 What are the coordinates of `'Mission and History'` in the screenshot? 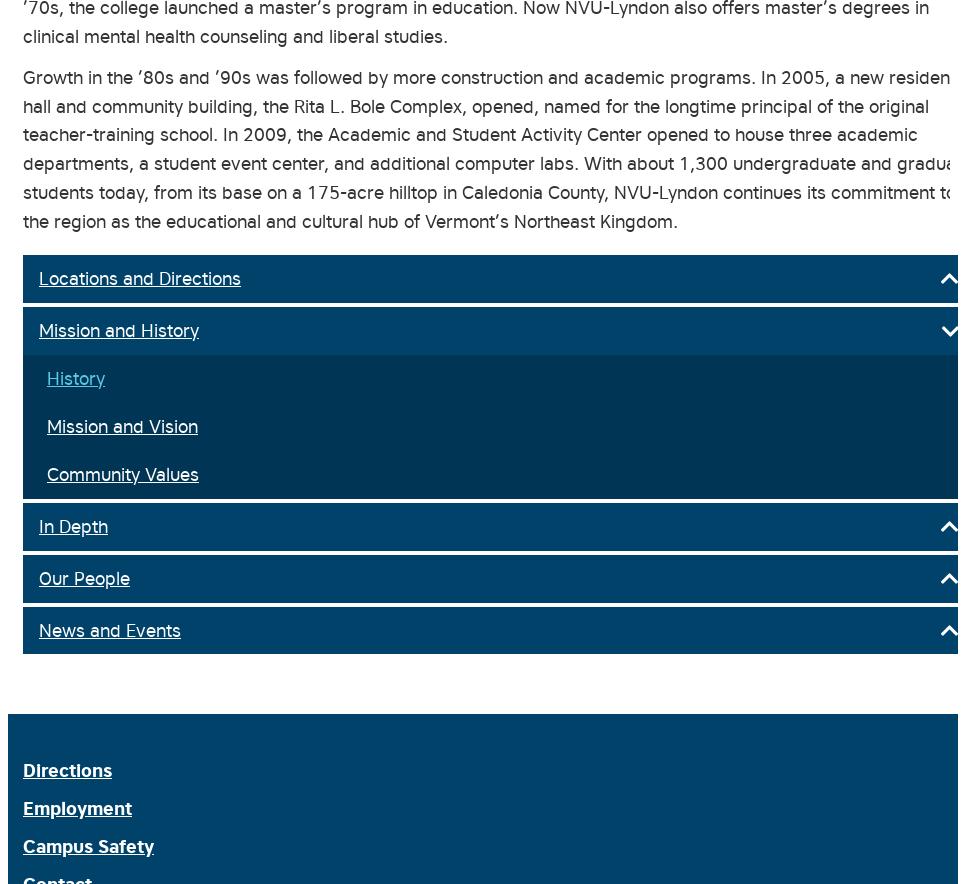 It's located at (118, 329).